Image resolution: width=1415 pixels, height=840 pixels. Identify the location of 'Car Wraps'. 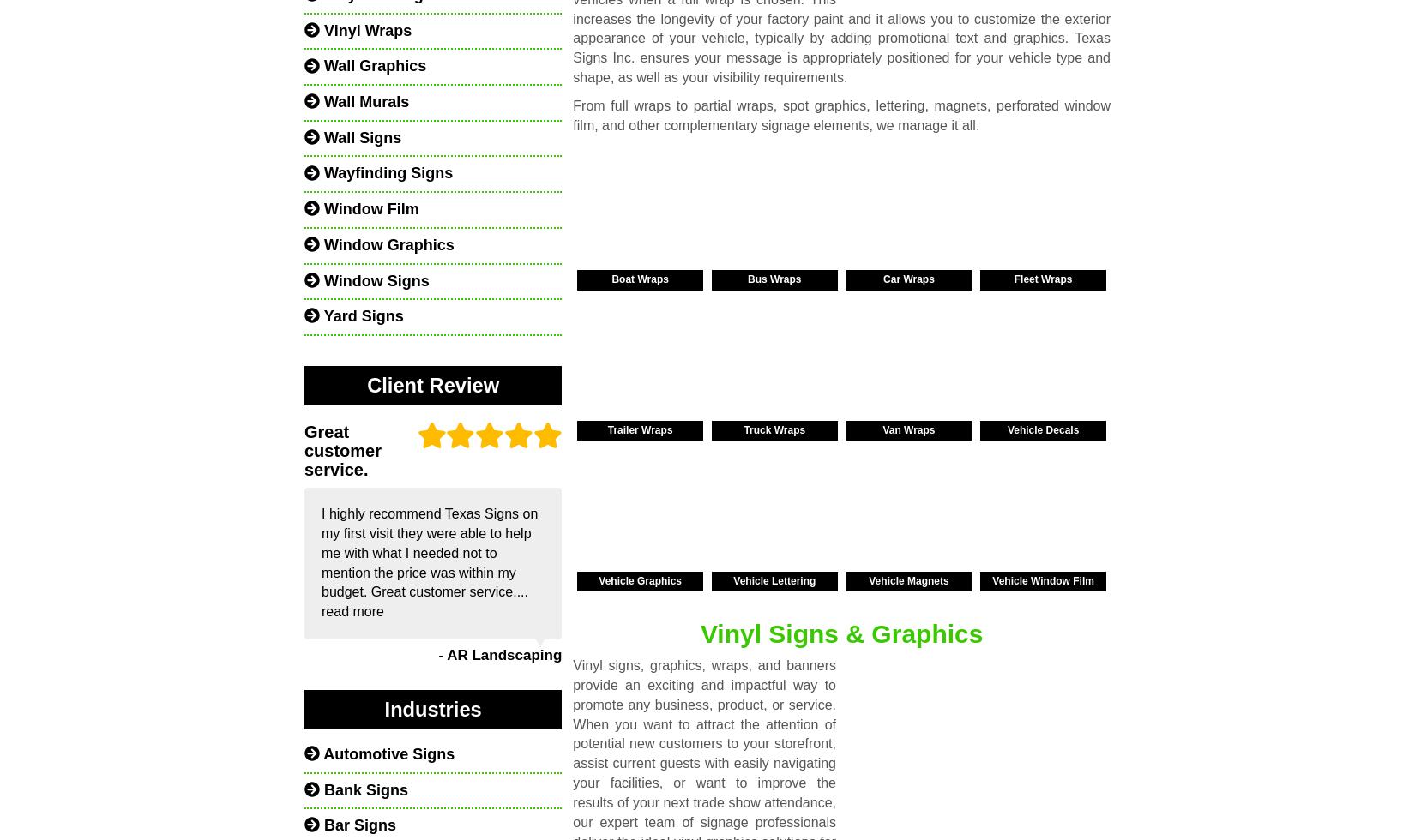
(908, 279).